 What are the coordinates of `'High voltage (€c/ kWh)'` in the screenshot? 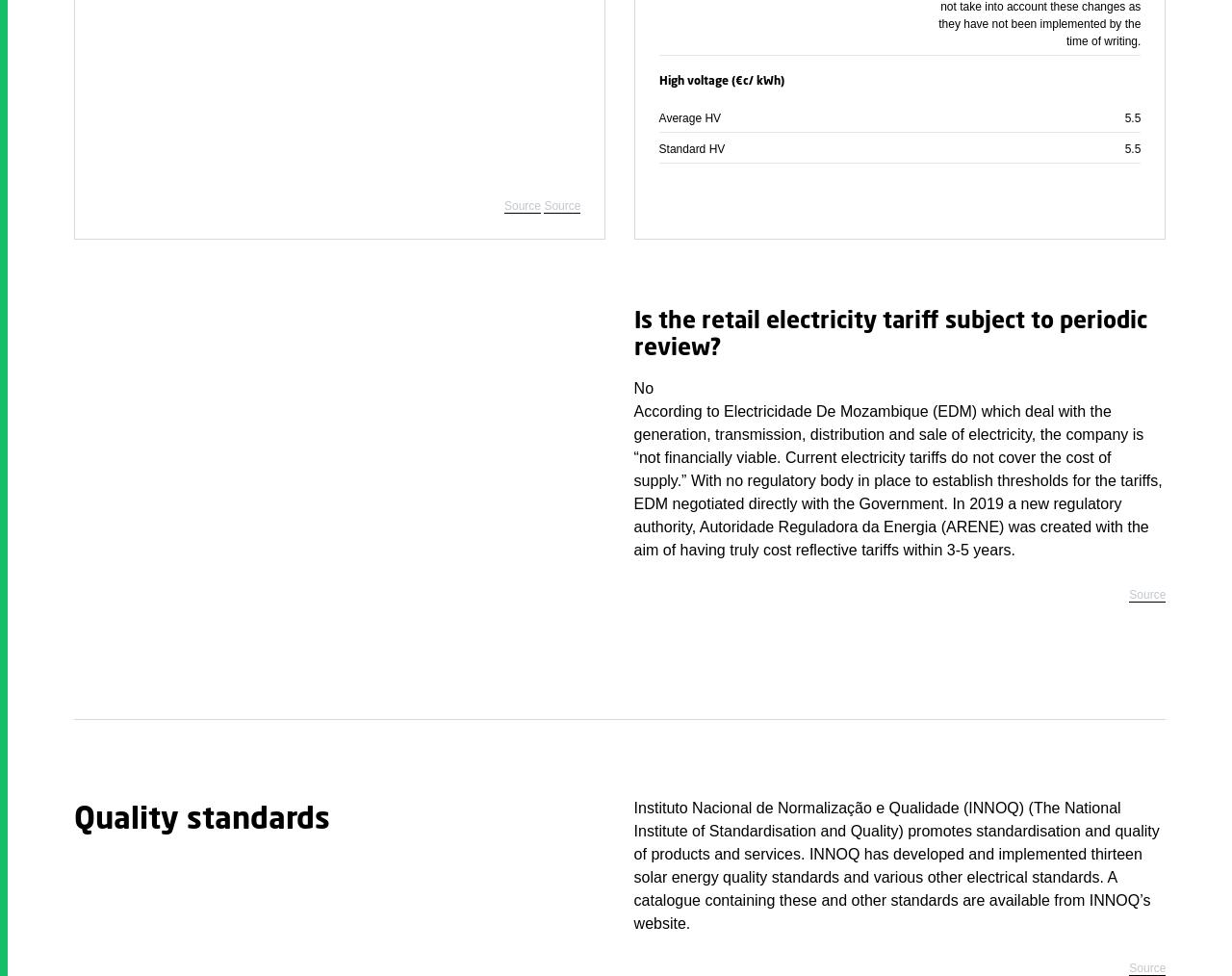 It's located at (720, 80).